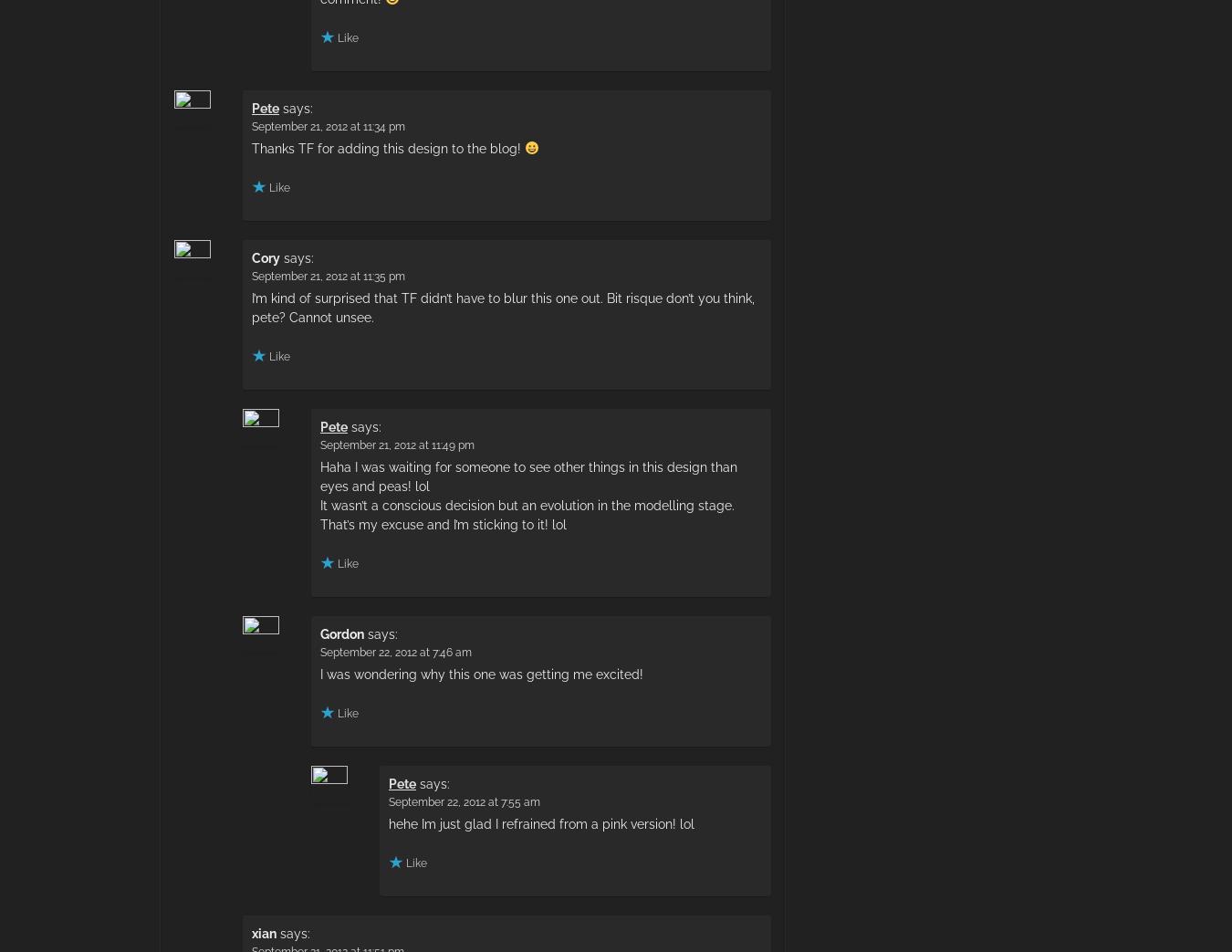 The height and width of the screenshot is (952, 1232). Describe the element at coordinates (342, 633) in the screenshot. I see `'Gordon'` at that location.